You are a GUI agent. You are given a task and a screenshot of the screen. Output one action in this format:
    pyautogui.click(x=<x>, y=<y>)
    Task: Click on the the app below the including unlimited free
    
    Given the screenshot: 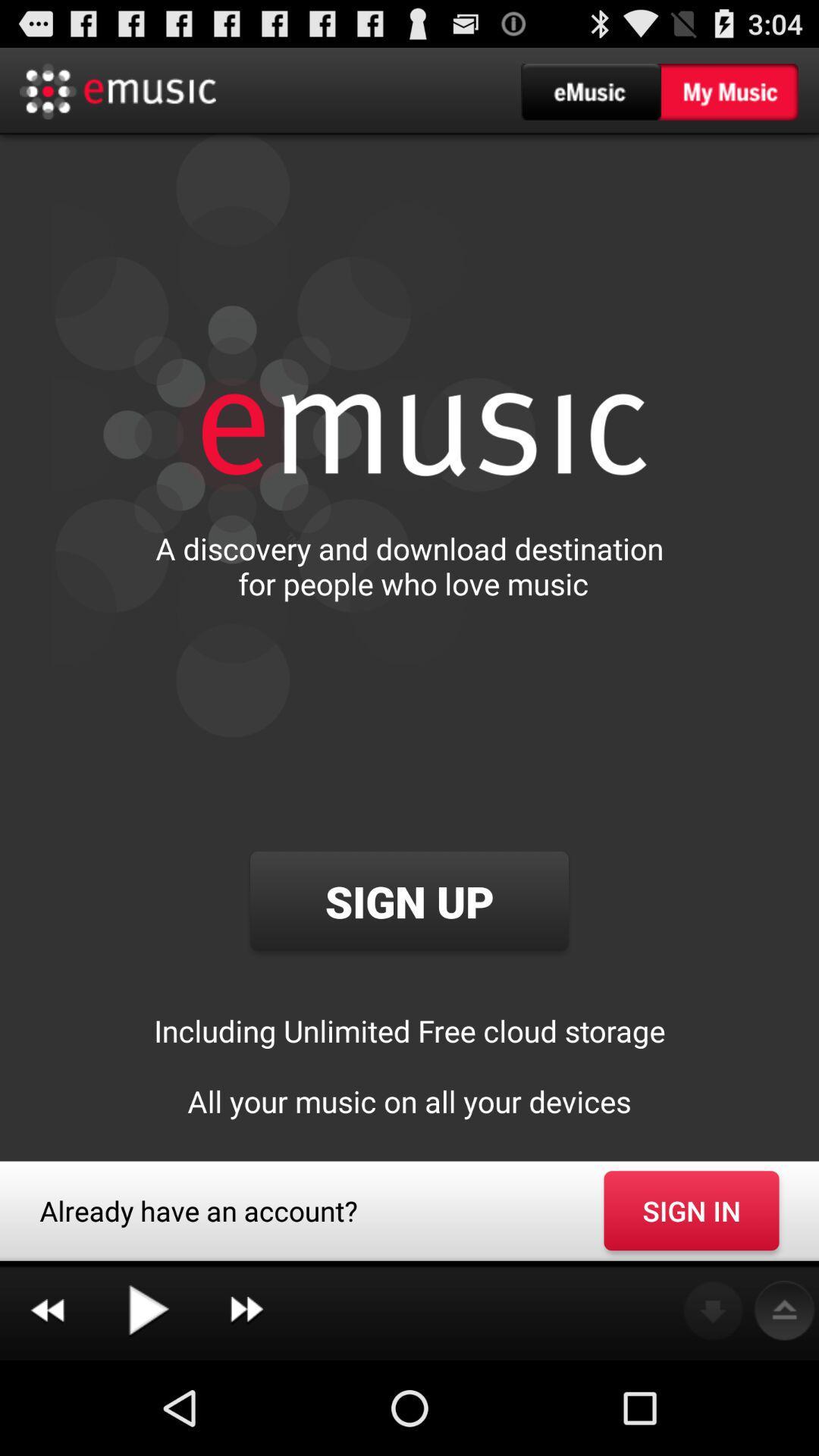 What is the action you would take?
    pyautogui.click(x=691, y=1210)
    